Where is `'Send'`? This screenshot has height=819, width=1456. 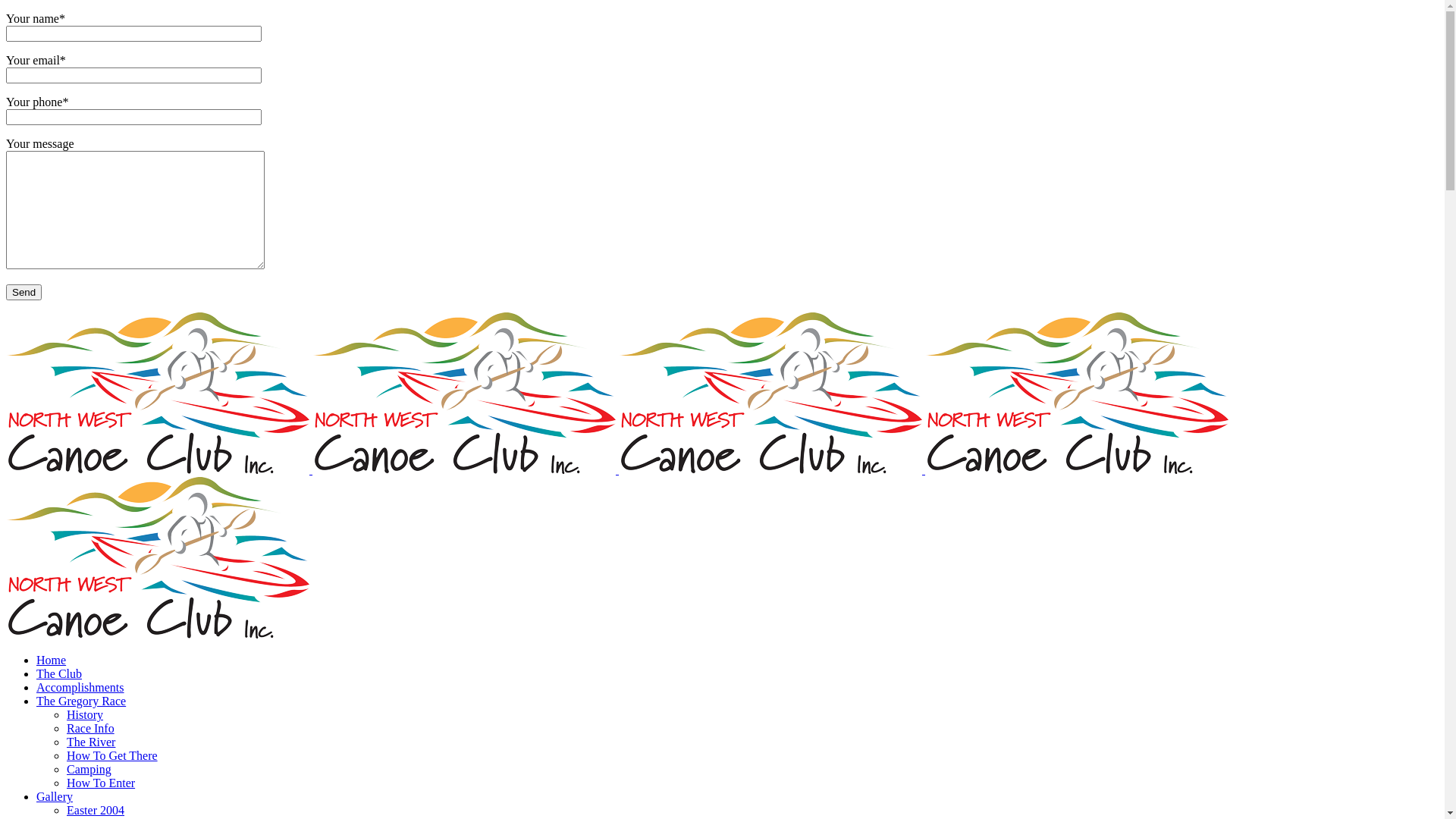 'Send' is located at coordinates (24, 292).